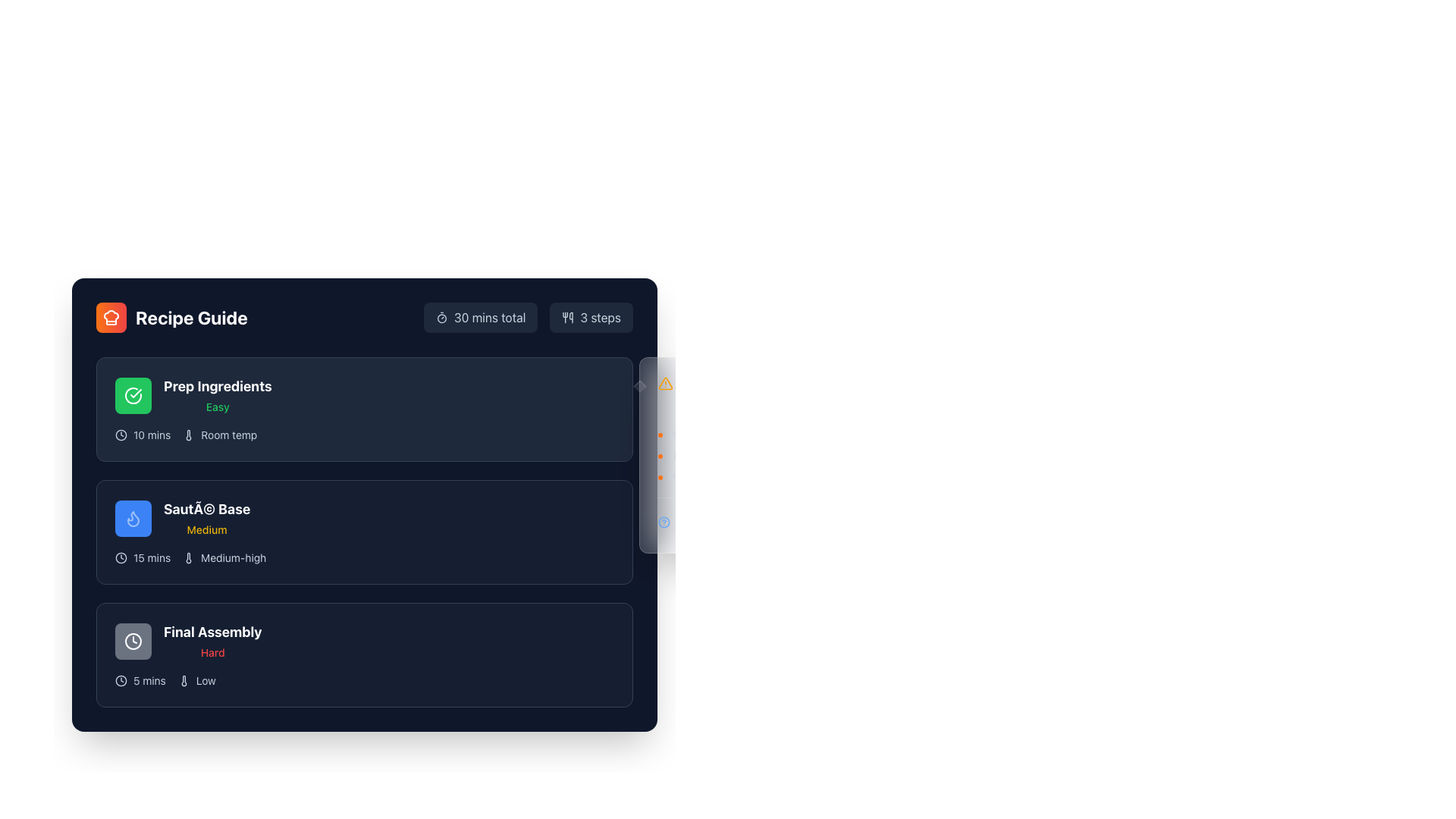 This screenshot has height=819, width=1456. What do you see at coordinates (193, 394) in the screenshot?
I see `the first Step Card in the recipe guide` at bounding box center [193, 394].